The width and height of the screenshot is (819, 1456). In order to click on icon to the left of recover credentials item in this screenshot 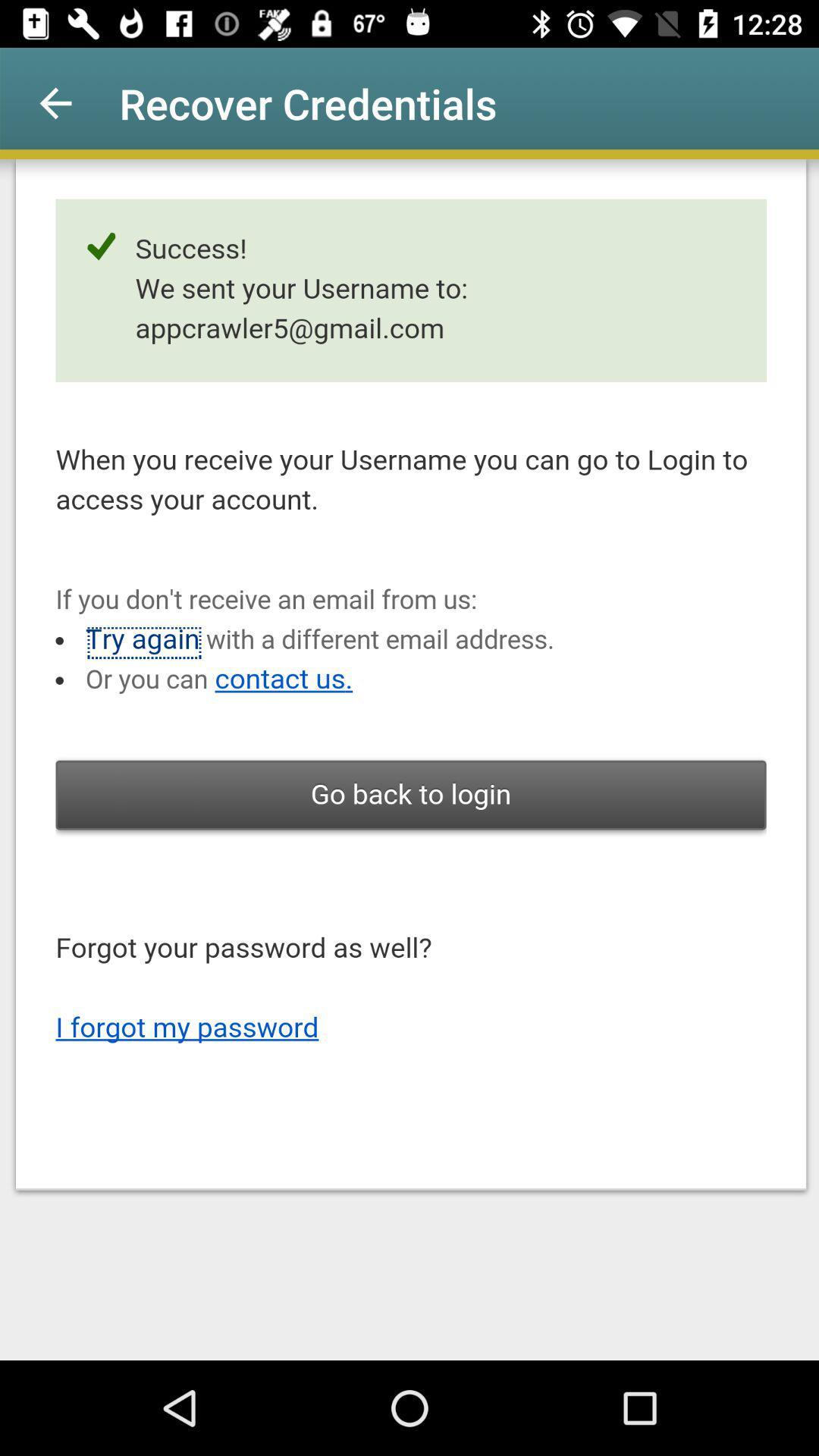, I will do `click(55, 102)`.